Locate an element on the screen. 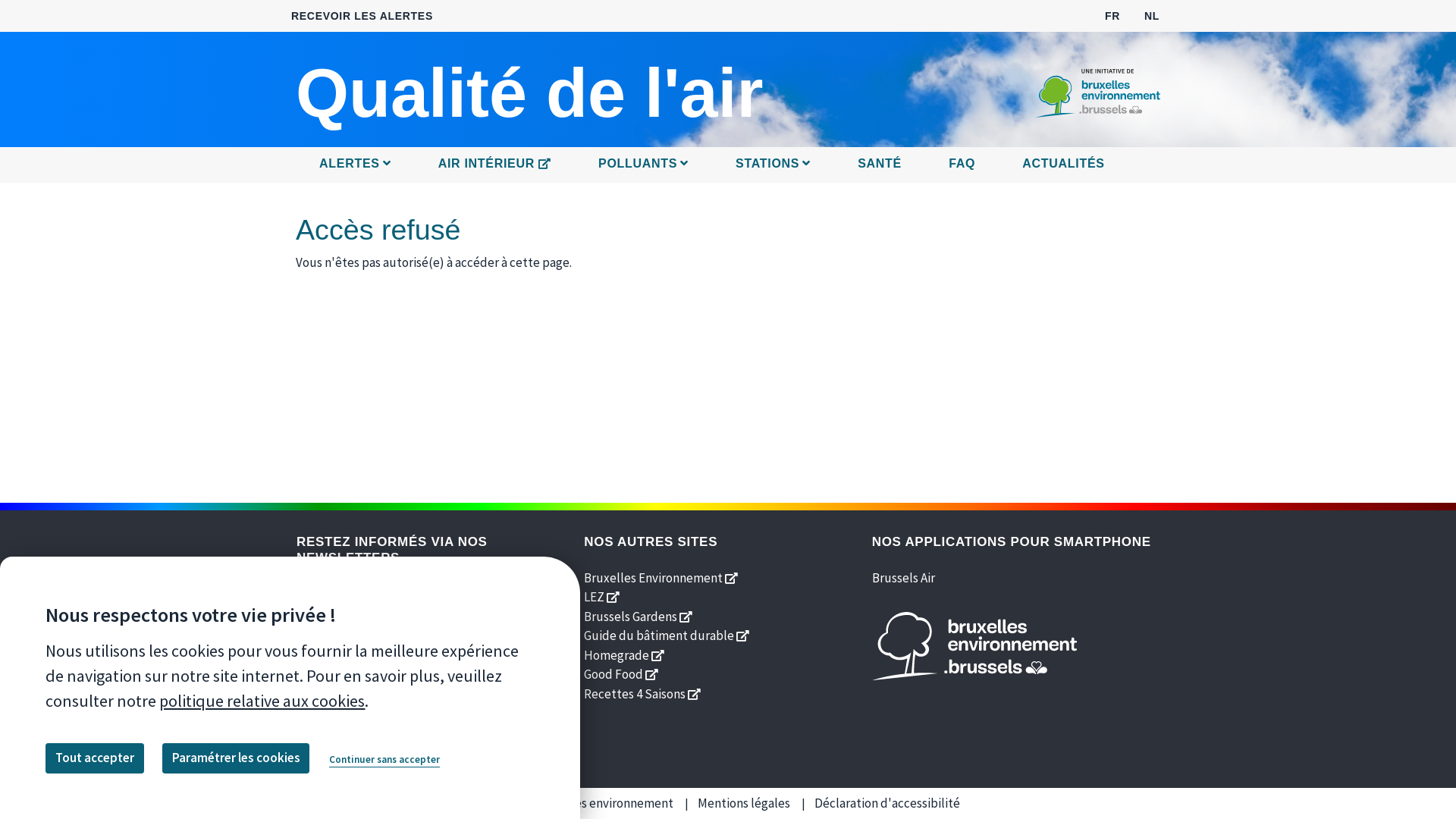 The height and width of the screenshot is (819, 1456). 'politique relative aux cookies' is located at coordinates (262, 701).